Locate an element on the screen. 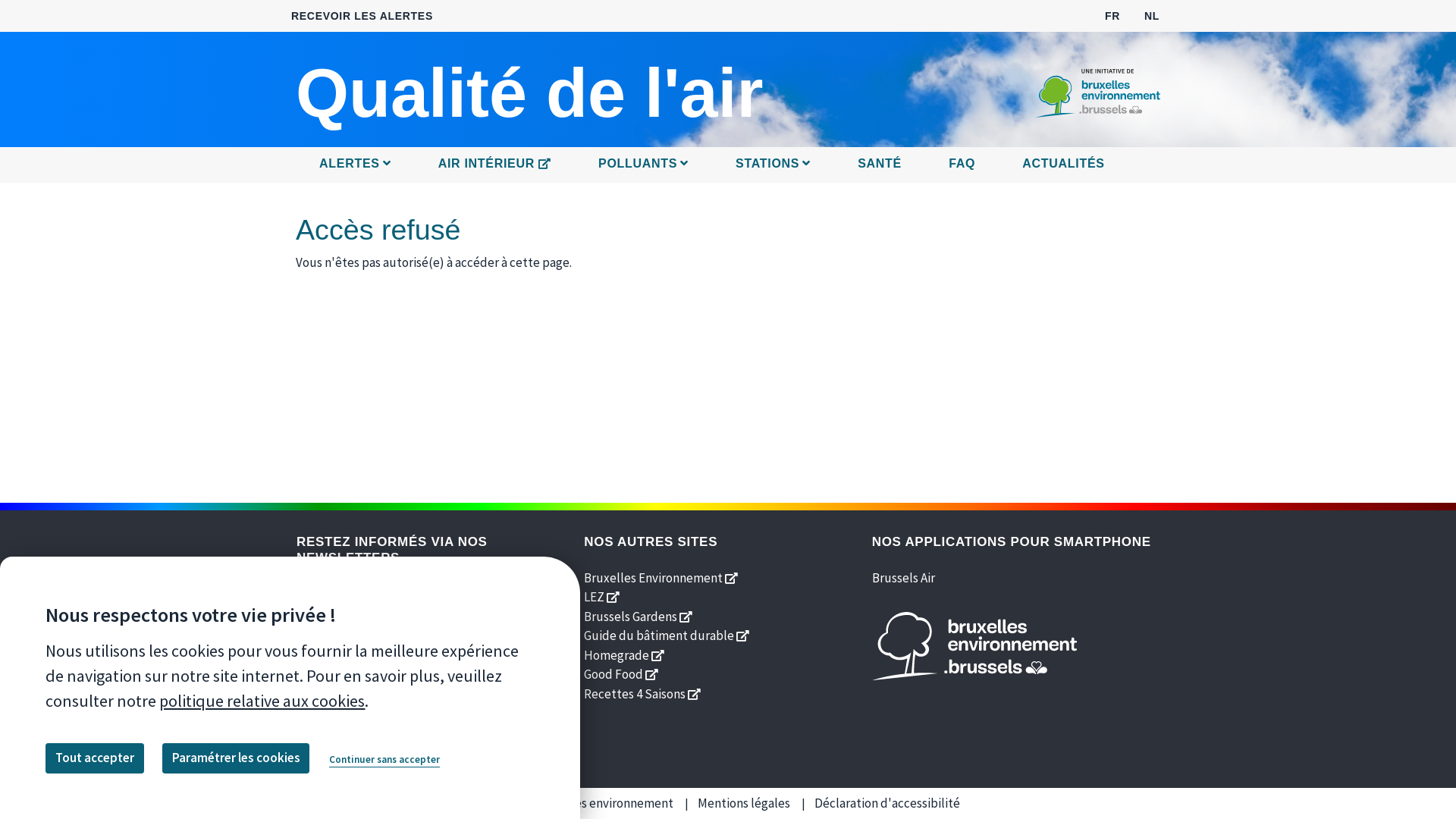 The height and width of the screenshot is (819, 1456). 'politique relative aux cookies' is located at coordinates (262, 701).